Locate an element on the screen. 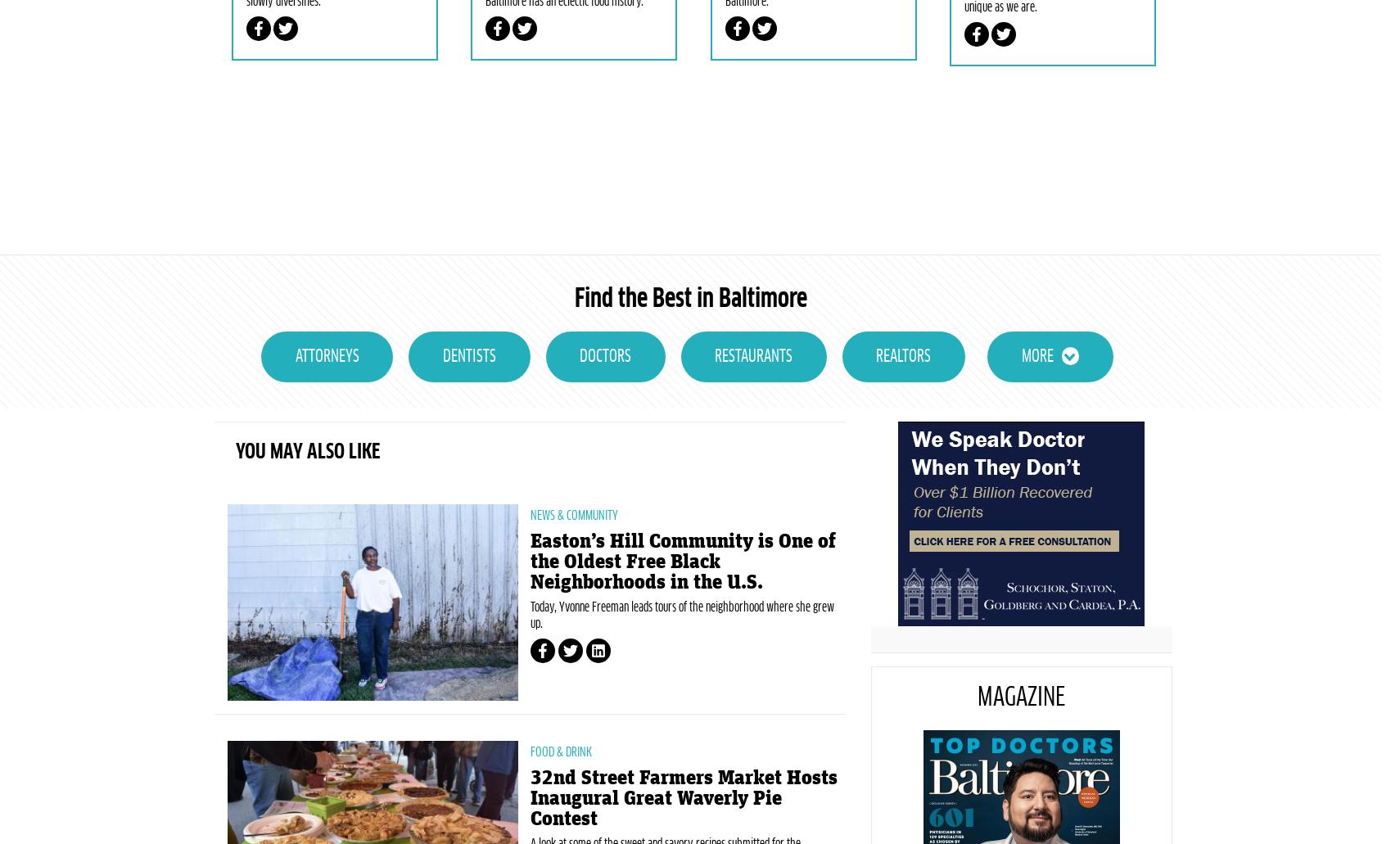 This screenshot has height=844, width=1400. 'Restaurants' is located at coordinates (752, 433).